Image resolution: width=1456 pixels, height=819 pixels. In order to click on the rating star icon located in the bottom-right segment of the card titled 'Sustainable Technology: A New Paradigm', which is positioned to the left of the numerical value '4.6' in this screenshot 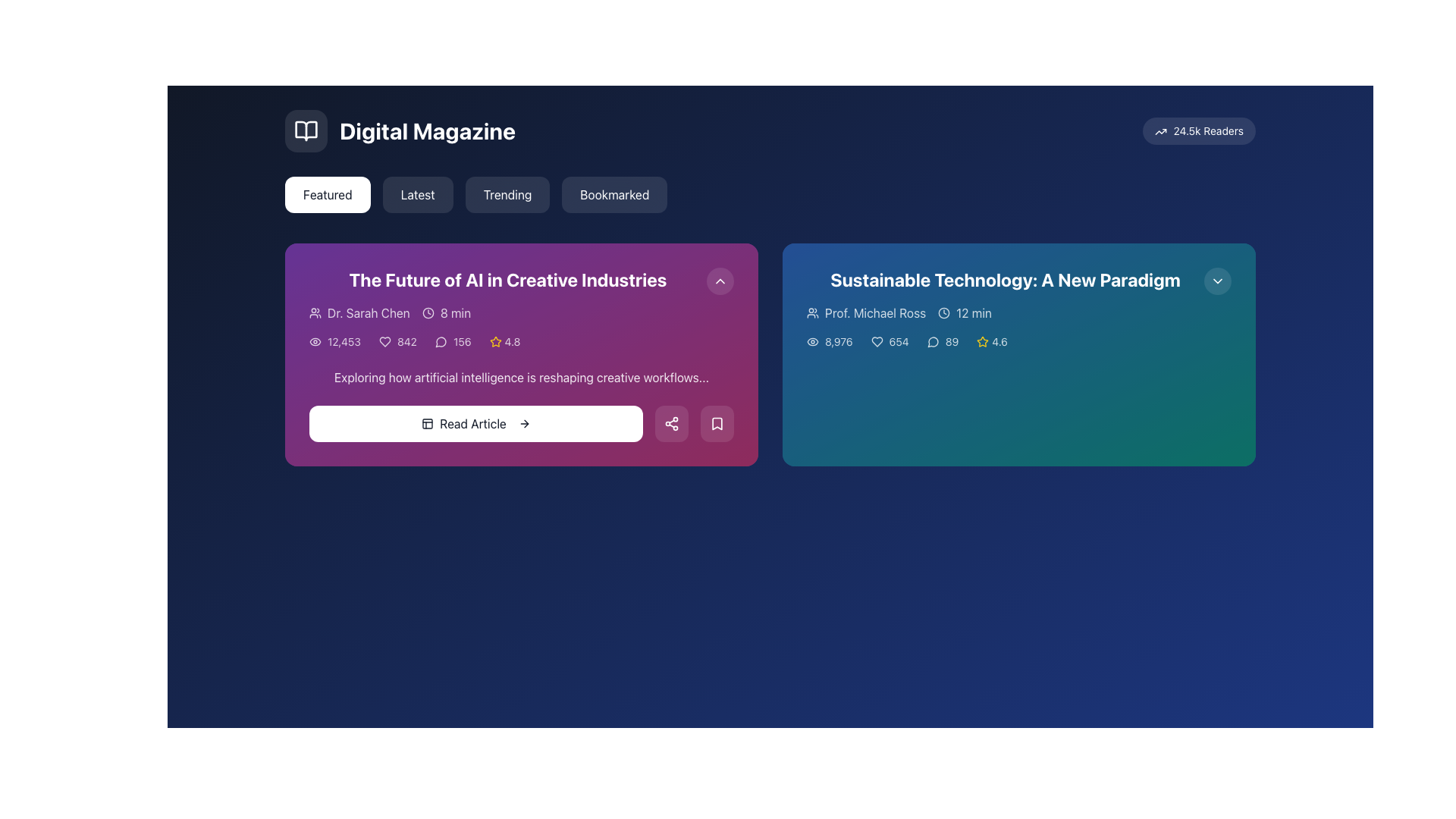, I will do `click(983, 341)`.